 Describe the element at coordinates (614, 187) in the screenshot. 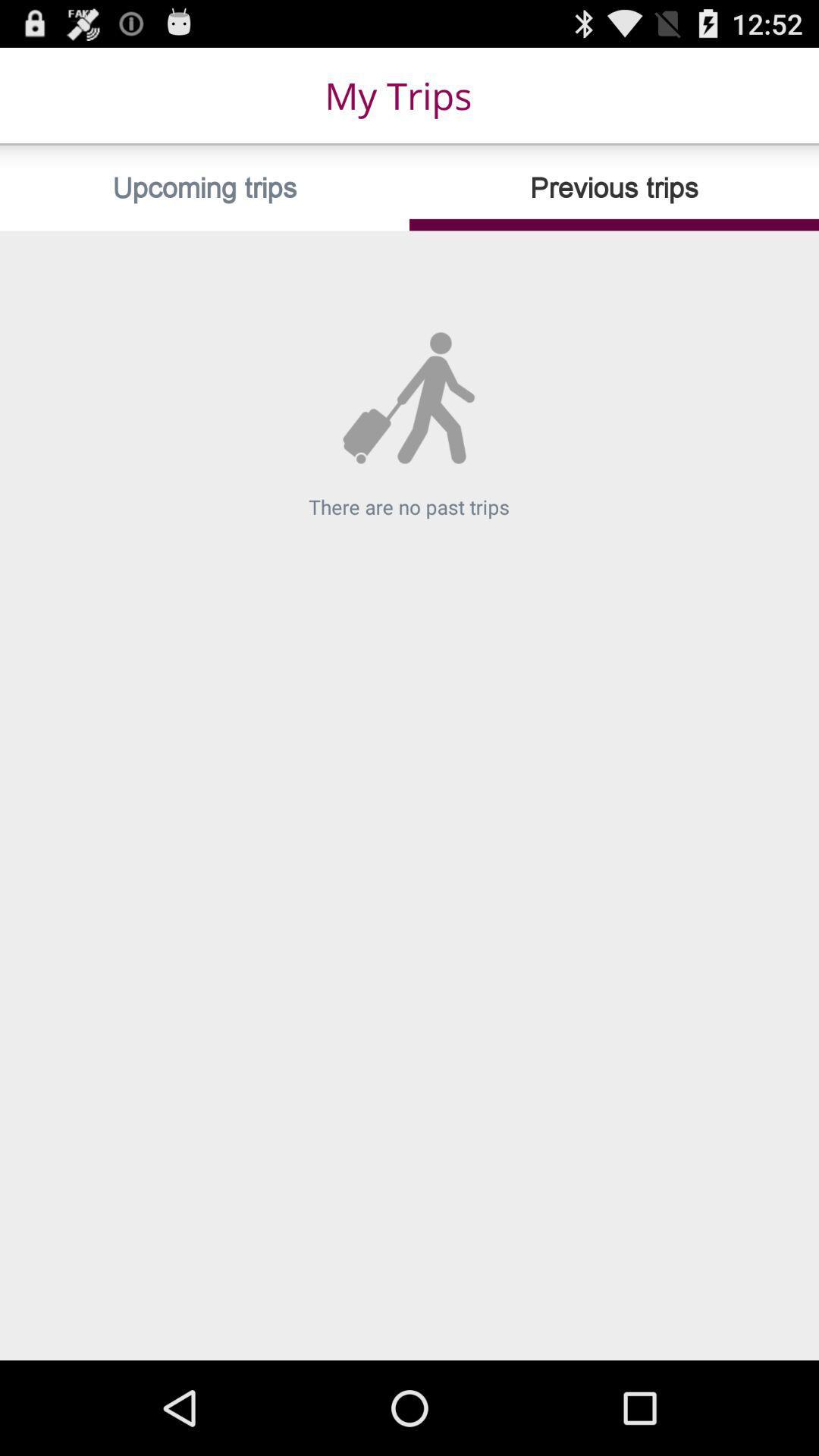

I see `the previous trips item` at that location.